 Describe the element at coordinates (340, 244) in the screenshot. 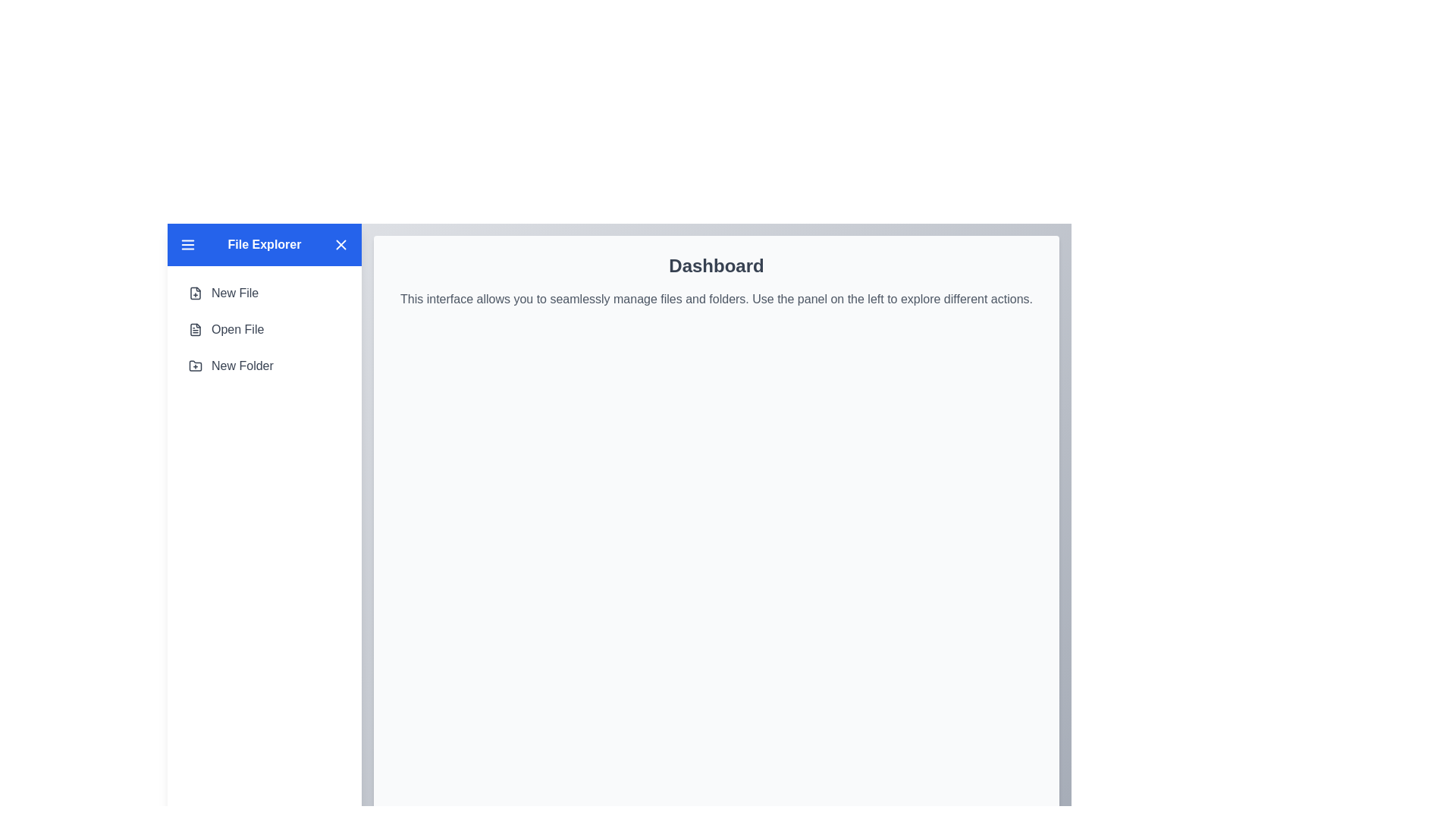

I see `the close button located at the rightmost section of the blue 'File Explorer' header bar` at that location.